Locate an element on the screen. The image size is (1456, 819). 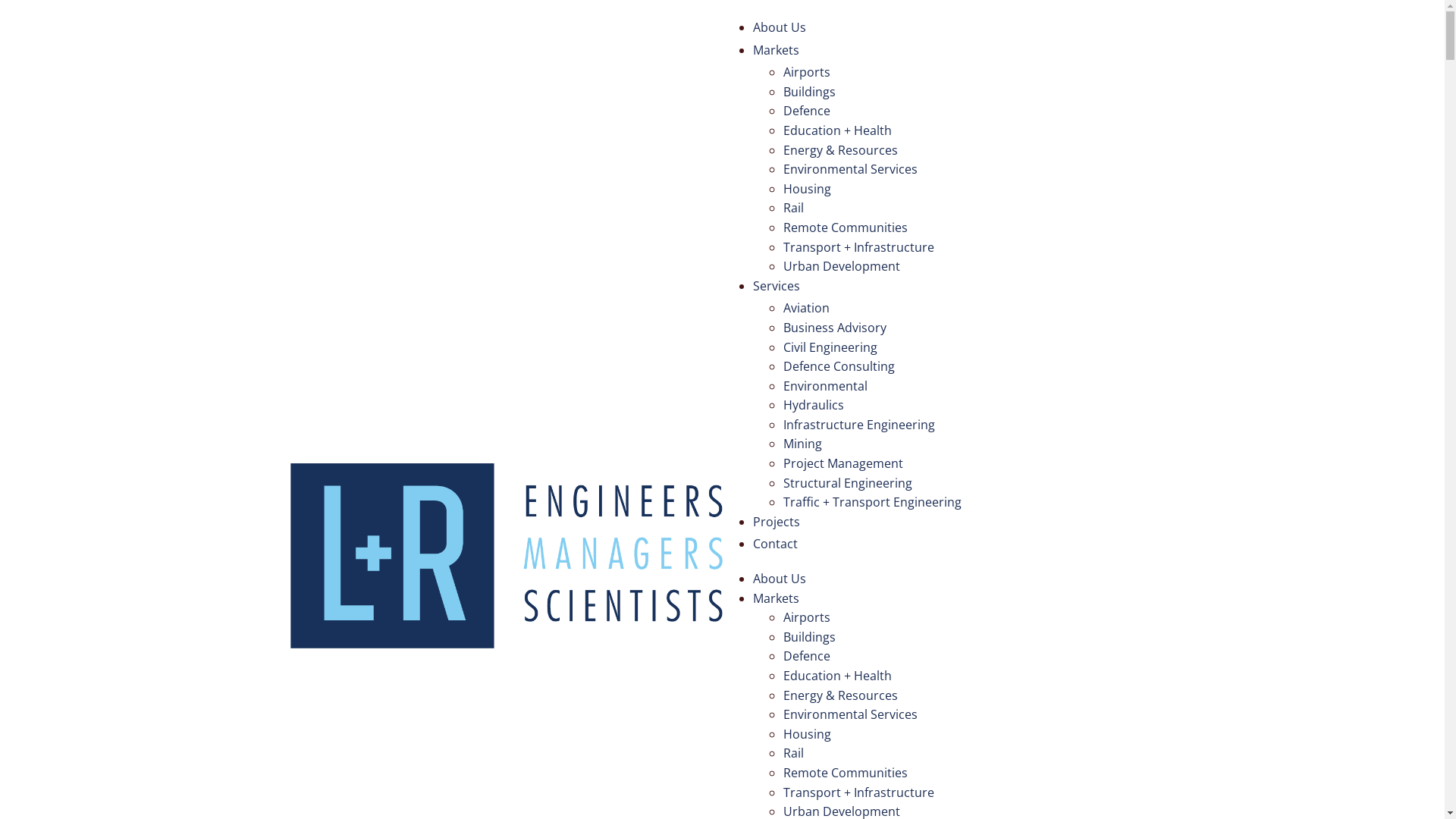
'Civil Engineering' is located at coordinates (829, 346).